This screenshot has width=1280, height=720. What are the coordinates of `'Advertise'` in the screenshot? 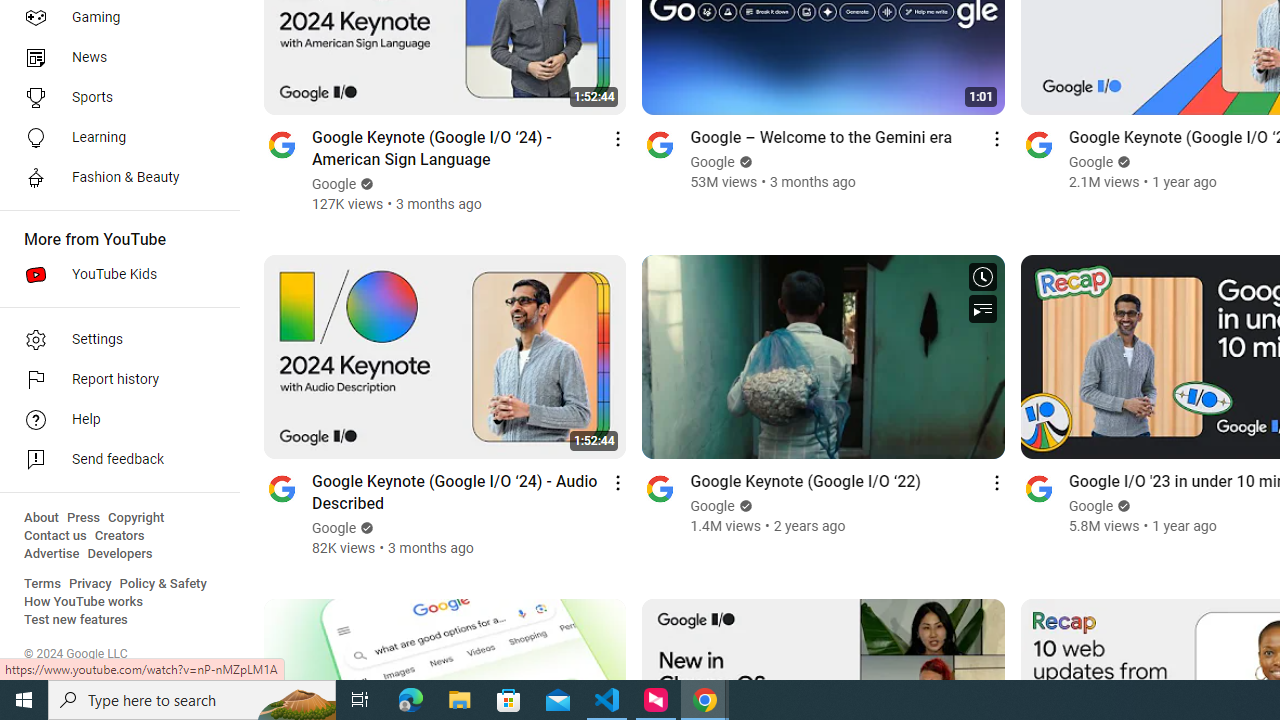 It's located at (51, 554).